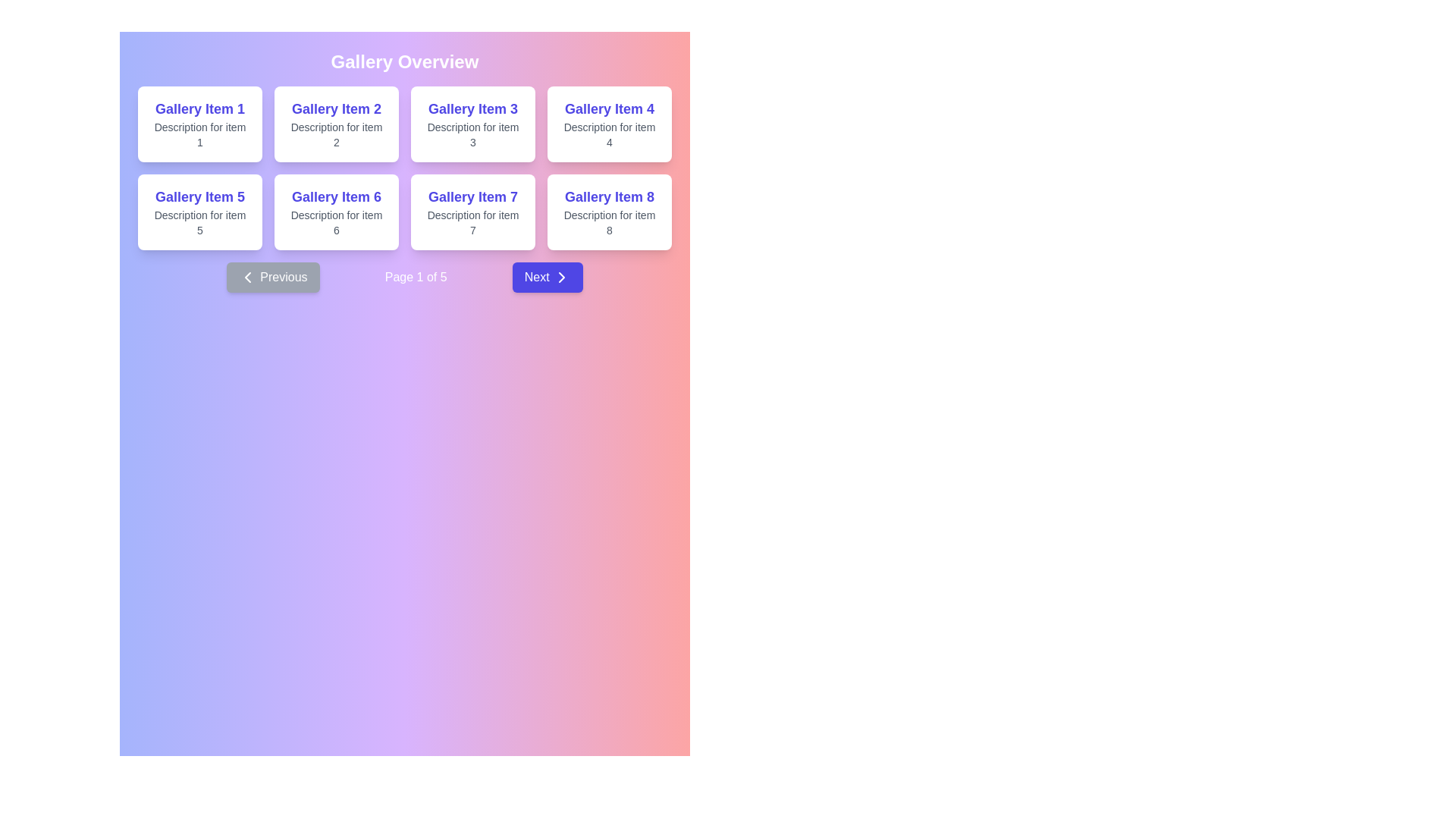  What do you see at coordinates (199, 133) in the screenshot?
I see `the text label reading 'Description for item 1' styled in gray, located below 'Gallery Item 1' within the first card in the grid layout` at bounding box center [199, 133].